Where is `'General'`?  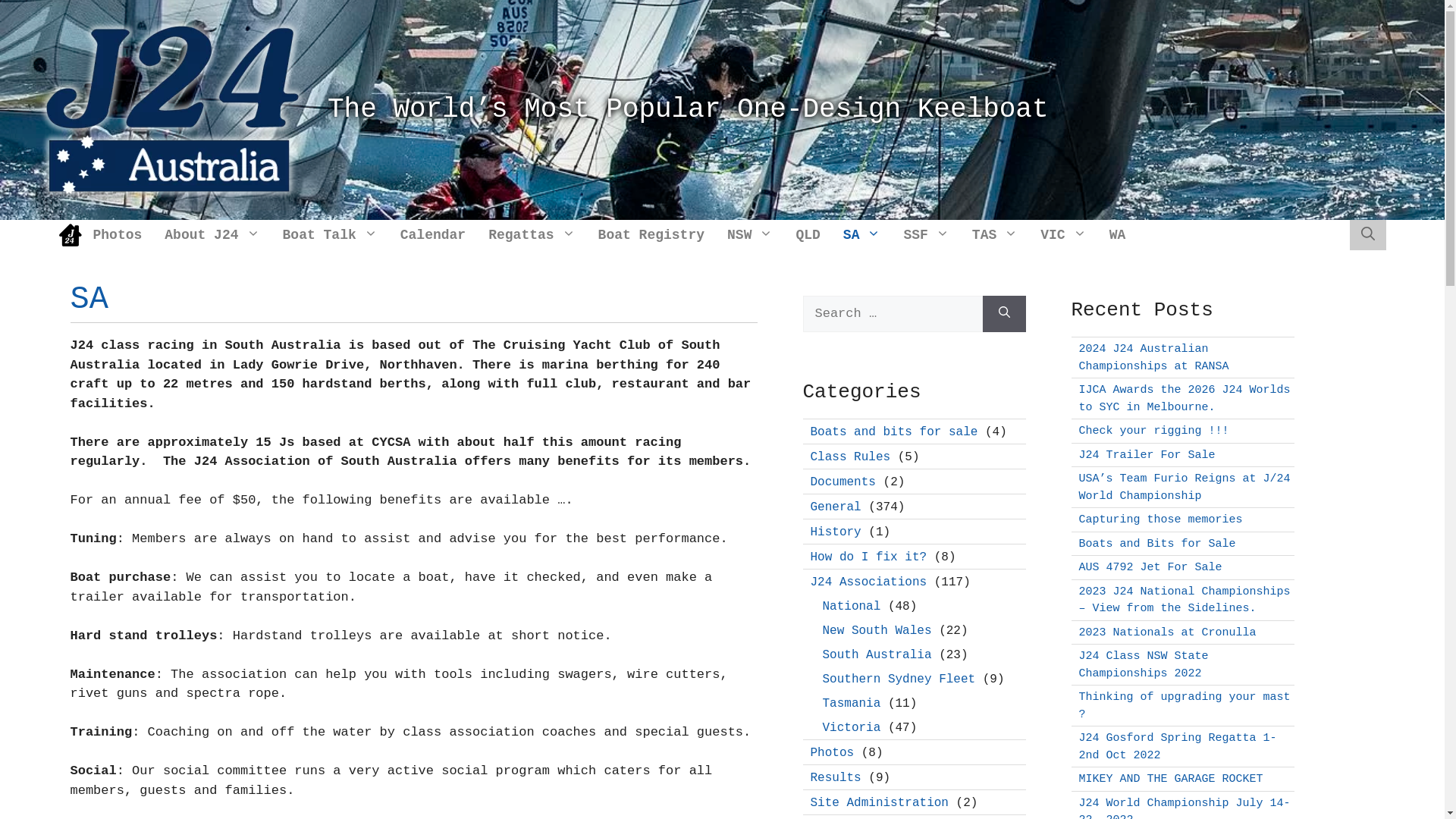 'General' is located at coordinates (834, 507).